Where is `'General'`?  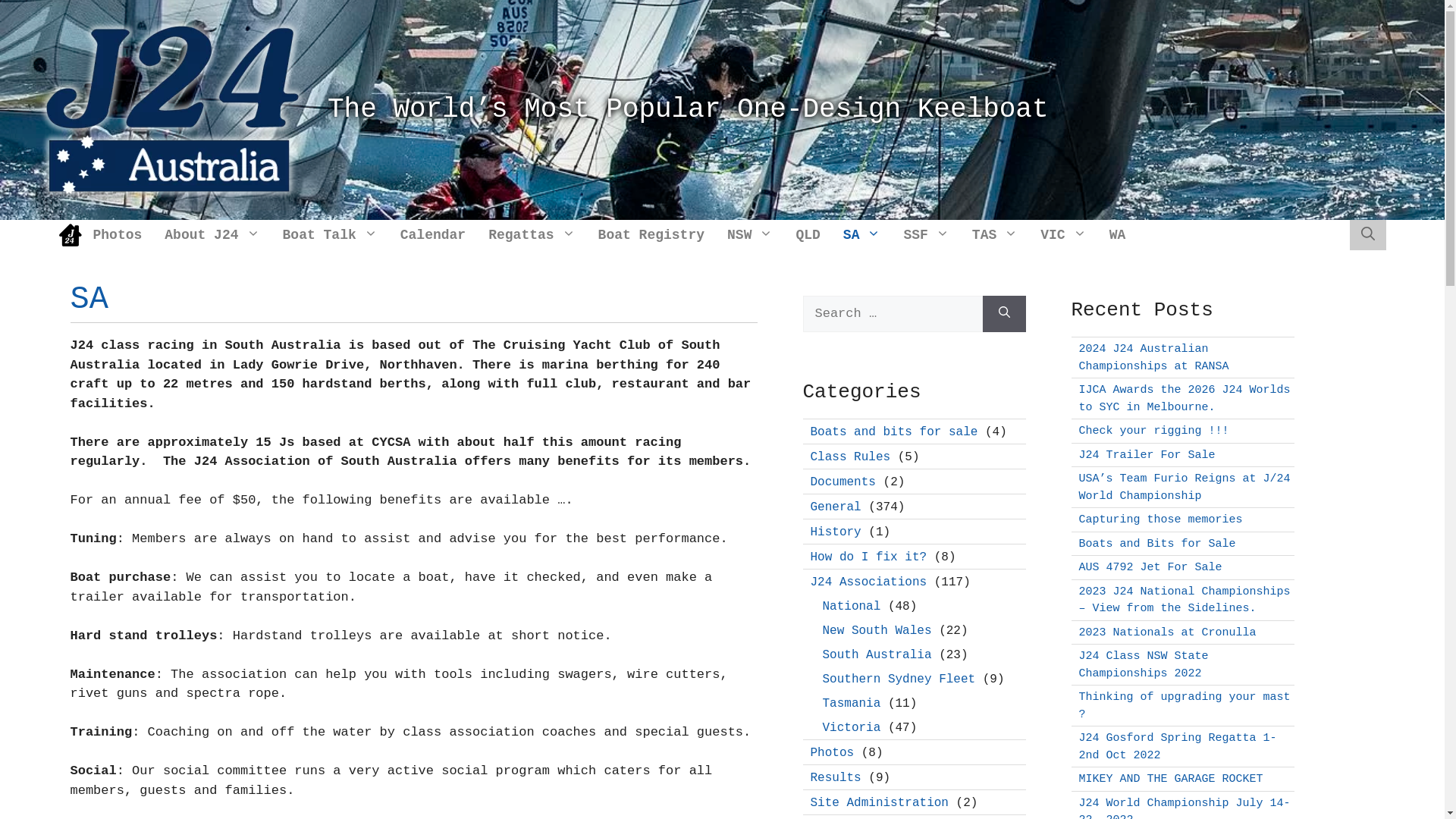 'General' is located at coordinates (834, 507).